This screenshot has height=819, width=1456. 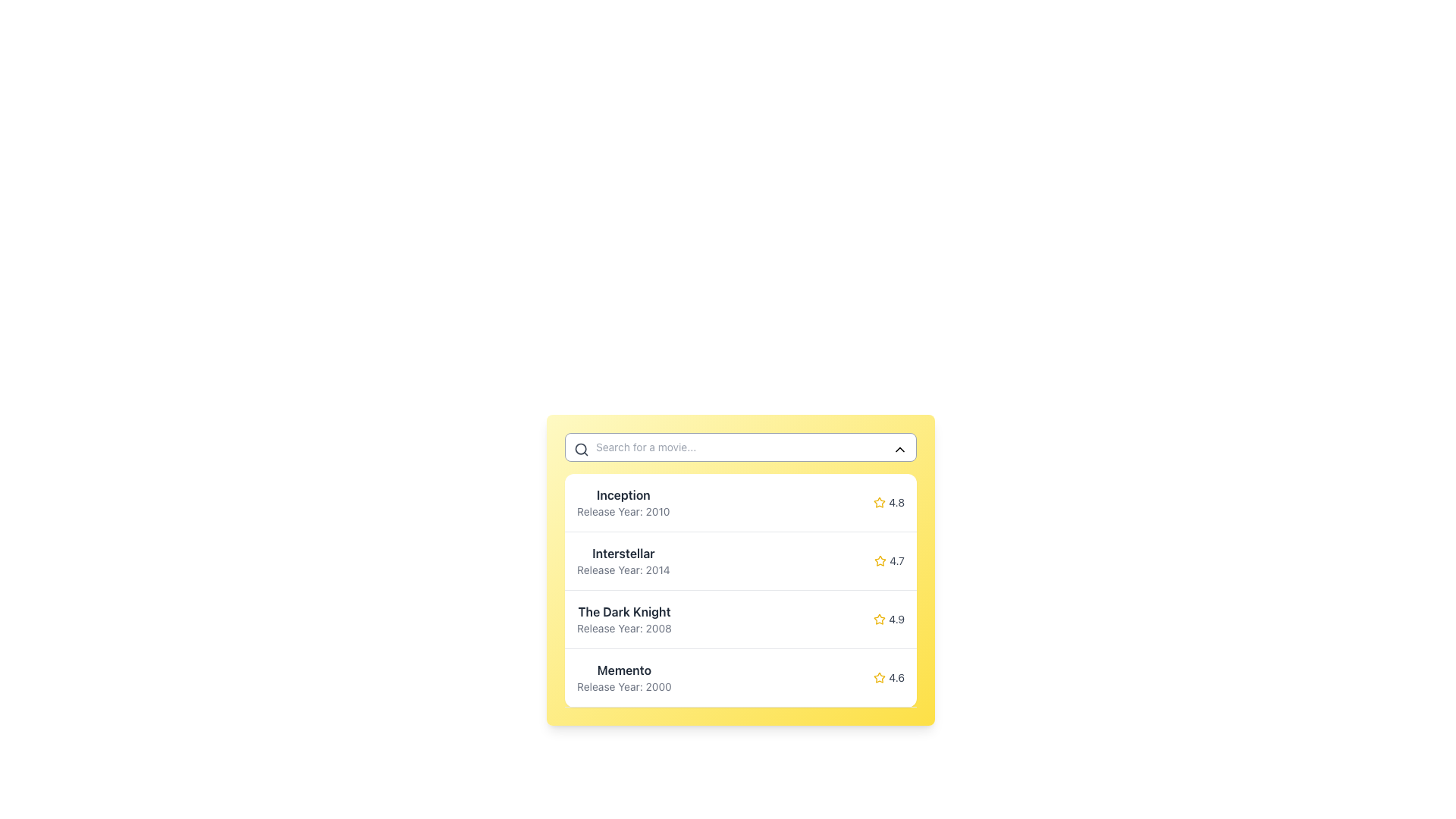 I want to click on the text label that displays 'The Dark Knight', so click(x=624, y=610).